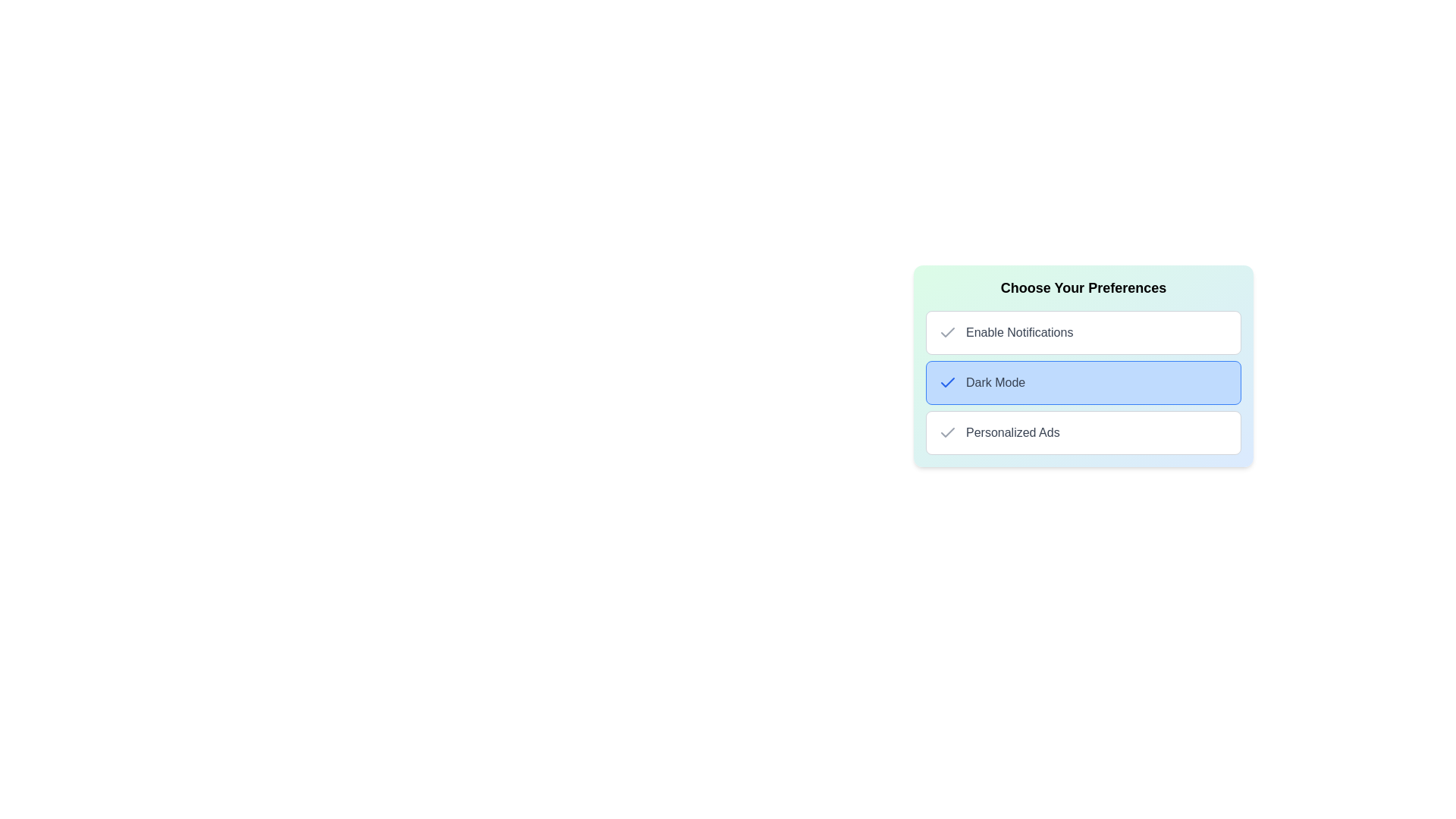  Describe the element at coordinates (946, 332) in the screenshot. I see `the Checkbox for 'Enable Notifications' to check or uncheck its selection status` at that location.